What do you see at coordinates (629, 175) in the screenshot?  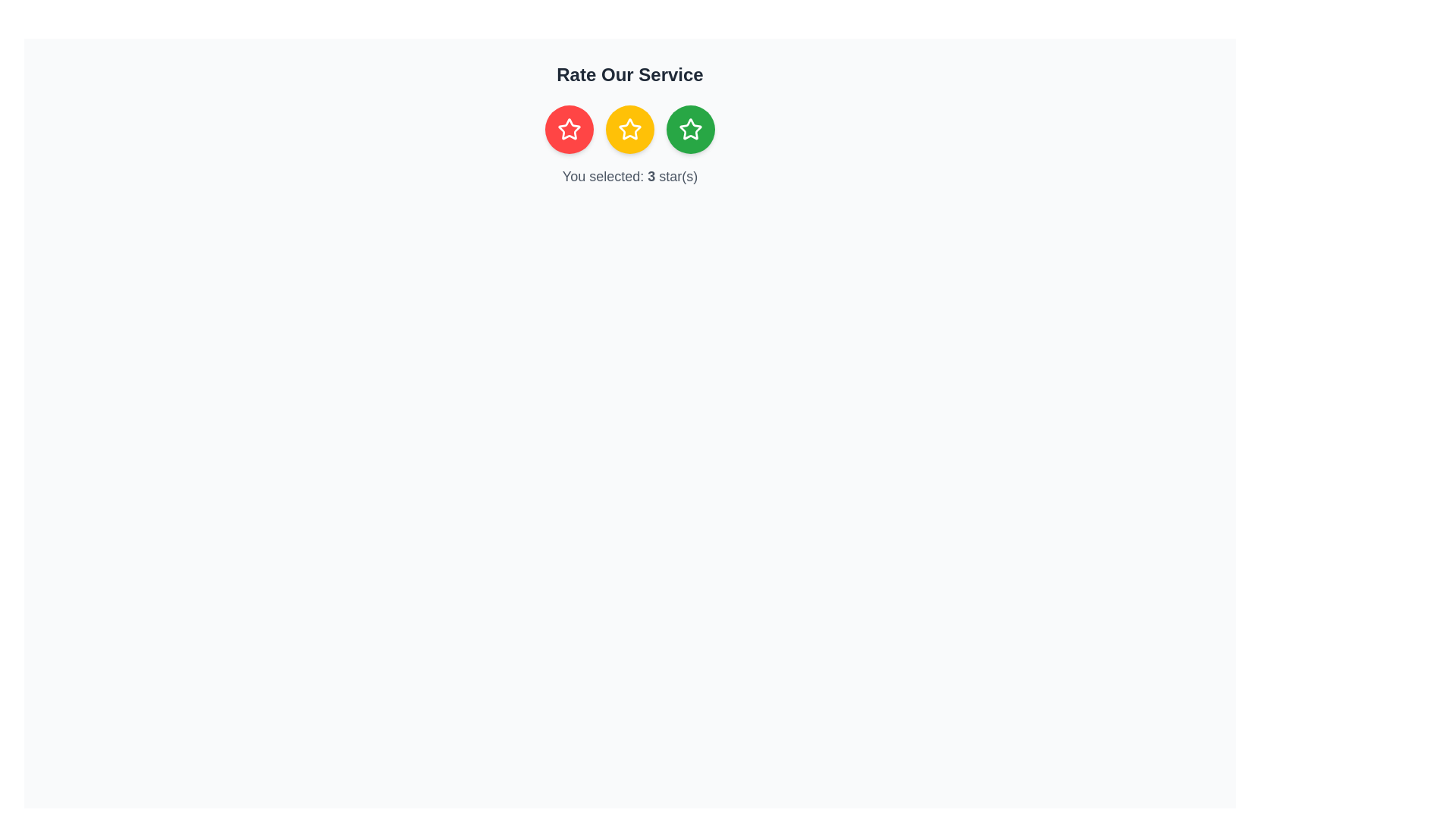 I see `the text label indicating the selected rating, which is positioned below the star rating buttons and aligned centrally with them` at bounding box center [629, 175].